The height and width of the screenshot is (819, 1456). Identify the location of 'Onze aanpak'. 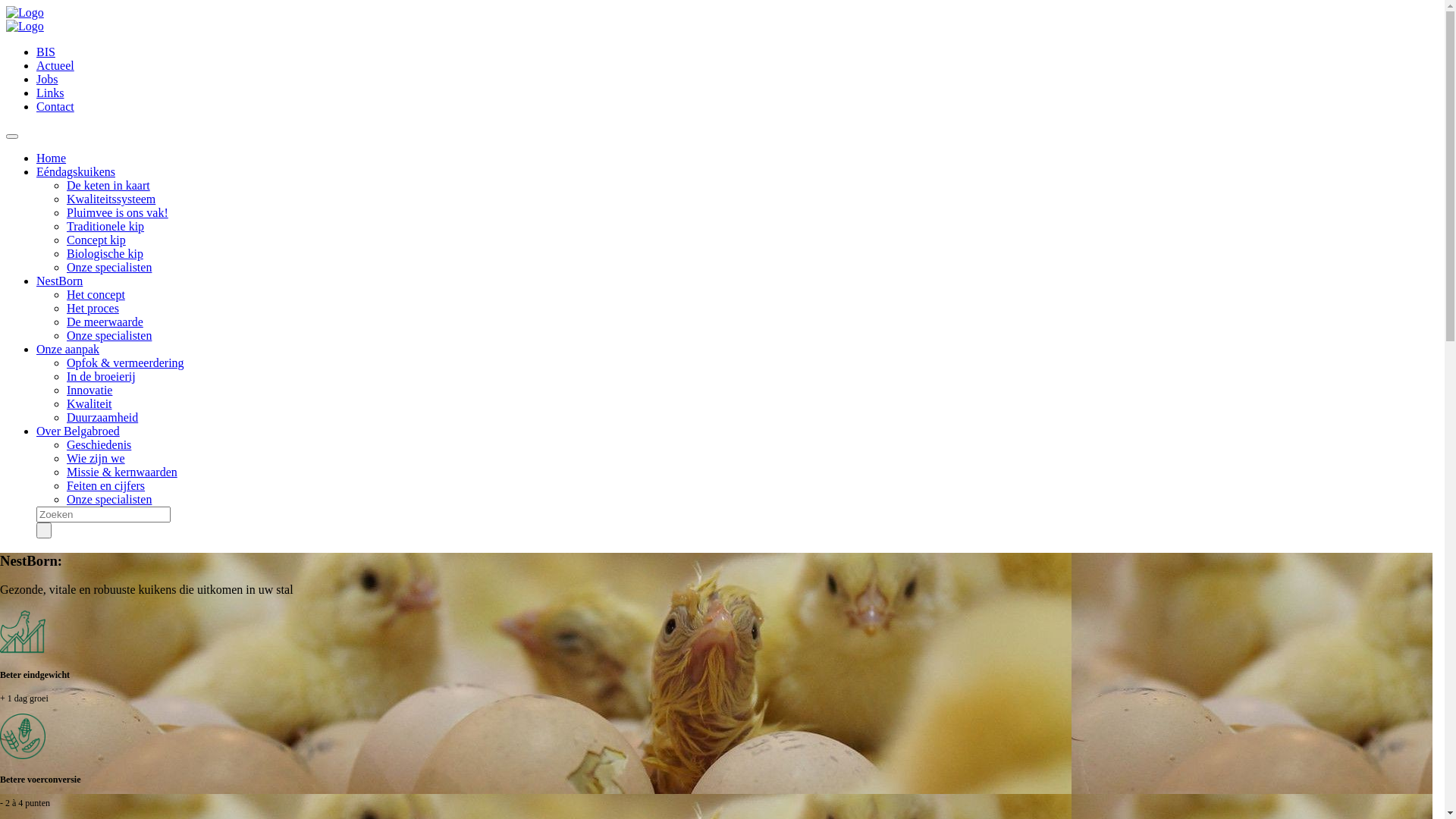
(67, 349).